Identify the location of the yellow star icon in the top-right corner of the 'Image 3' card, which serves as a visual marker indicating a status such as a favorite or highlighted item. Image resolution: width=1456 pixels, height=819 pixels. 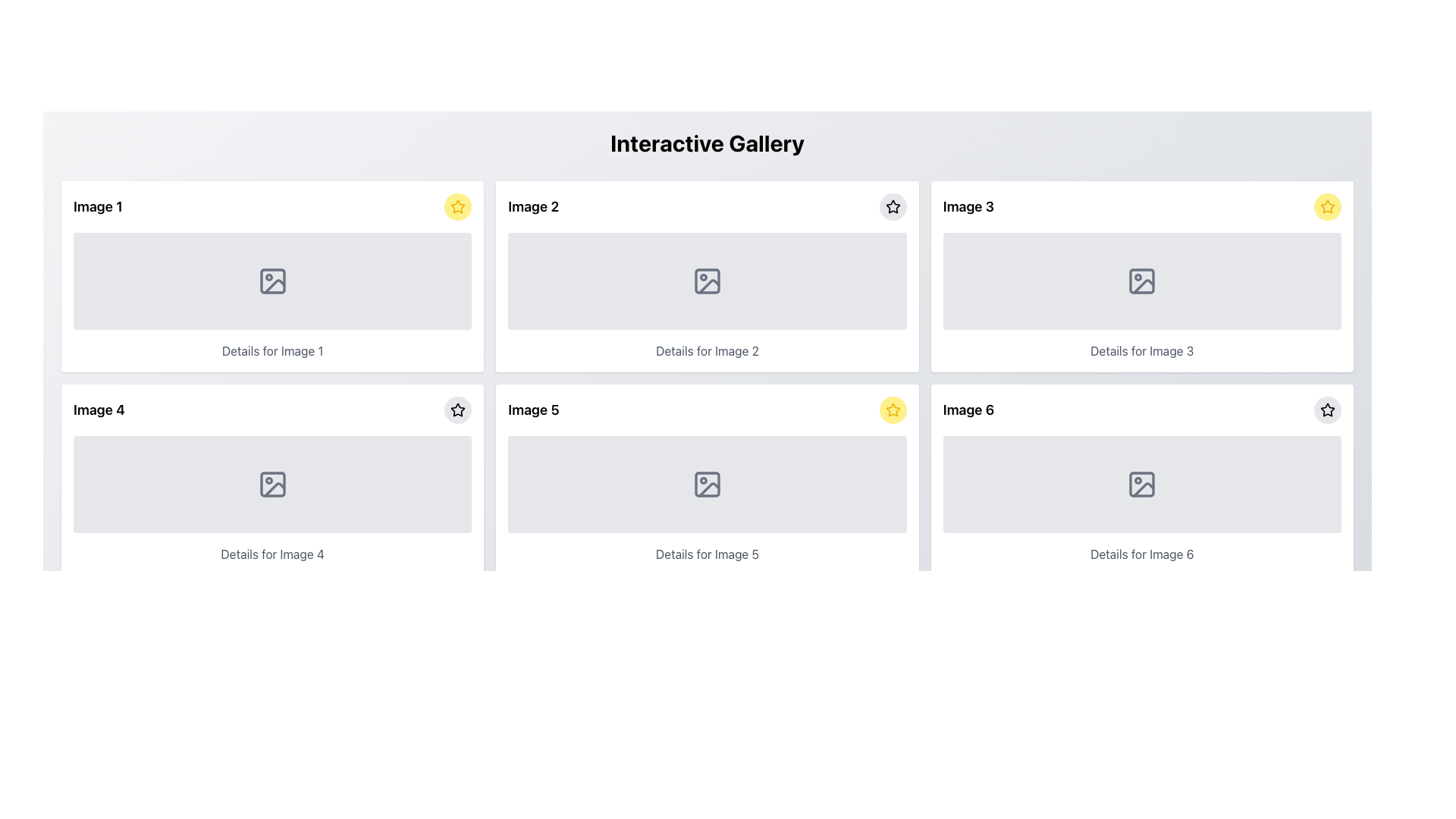
(1327, 206).